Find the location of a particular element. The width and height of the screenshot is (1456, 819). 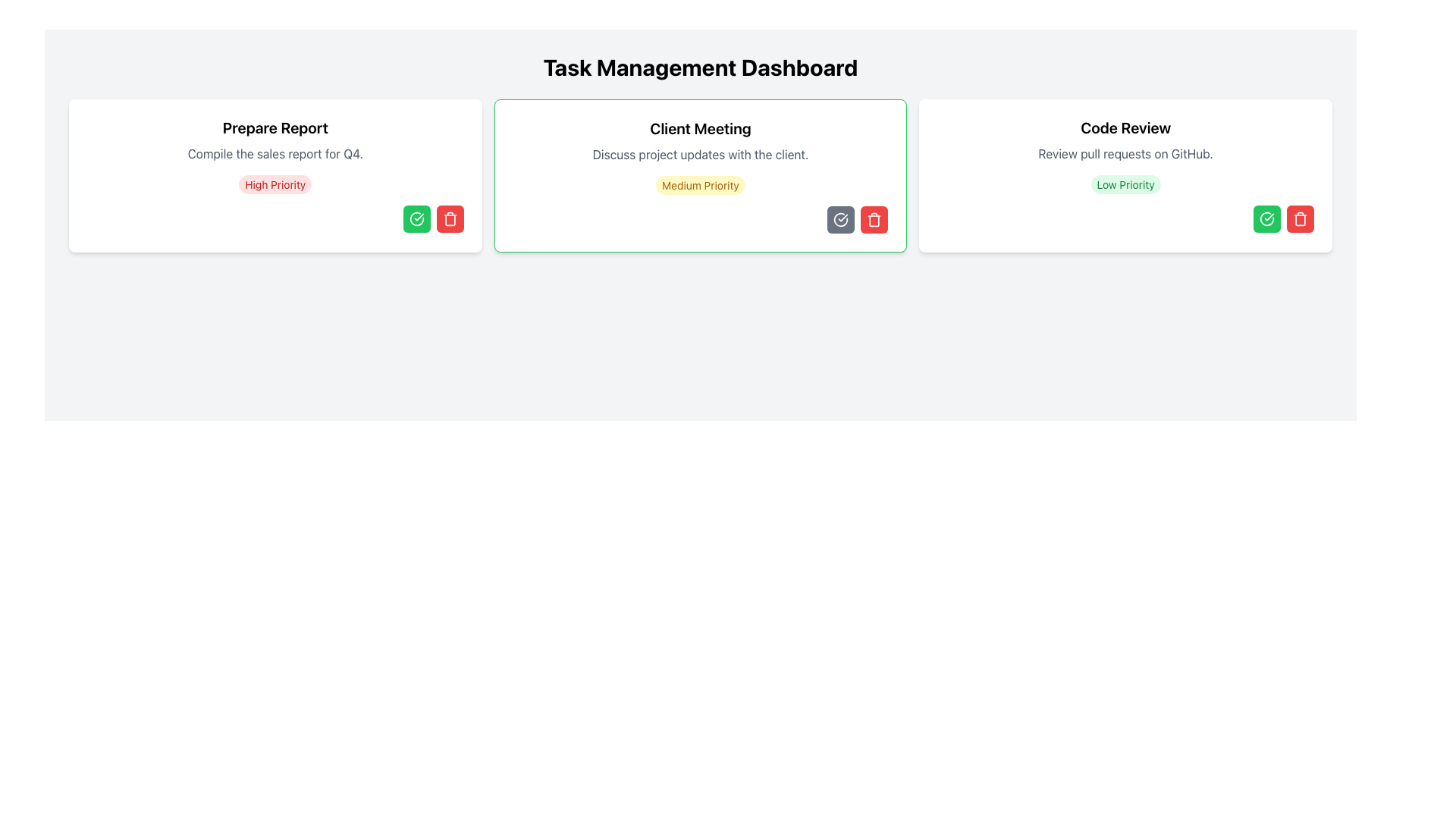

the trash icon button located at the bottom-right corner inside the 'Code Review' card is located at coordinates (1299, 219).